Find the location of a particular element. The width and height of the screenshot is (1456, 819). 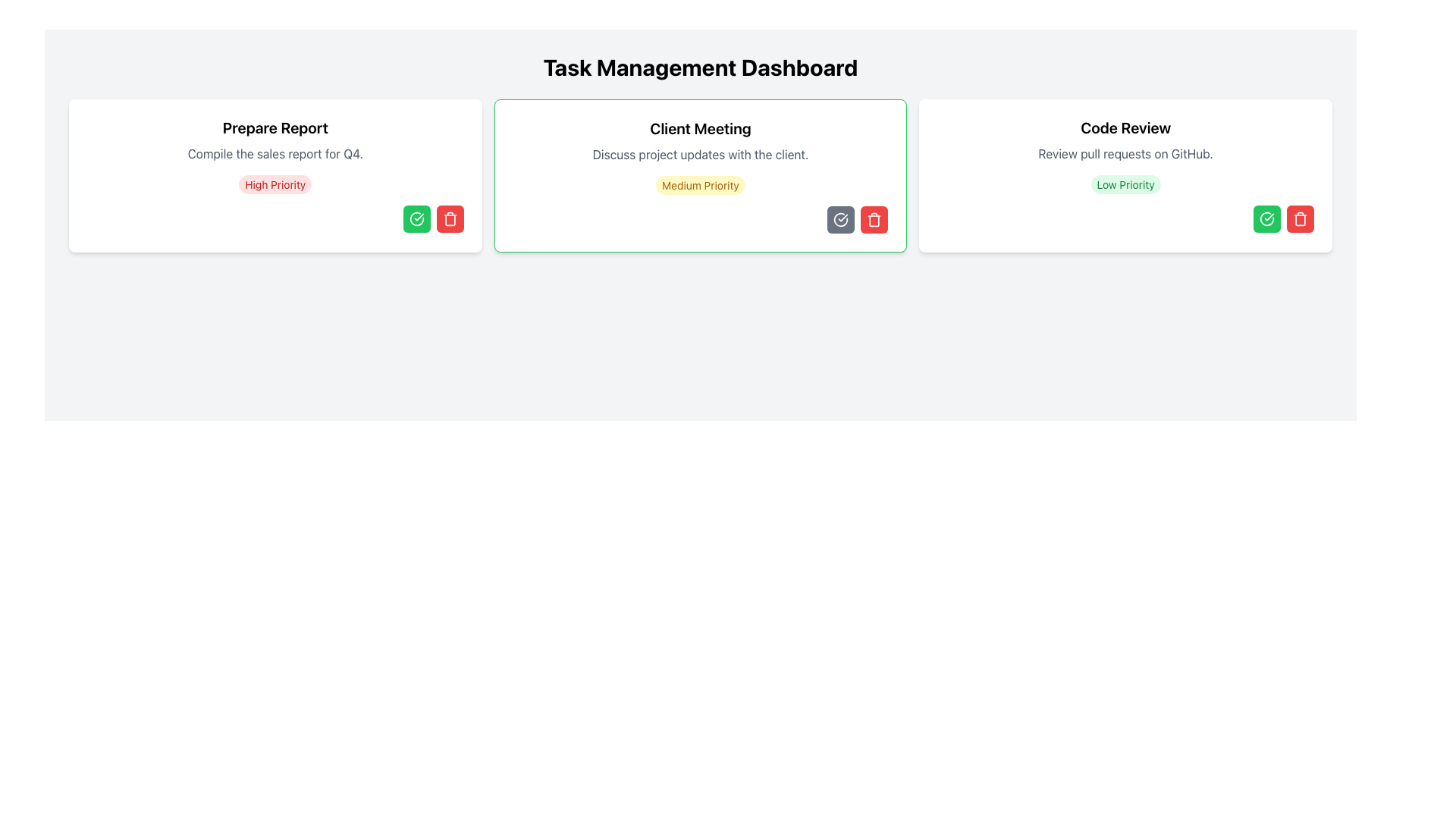

the trash icon button located at the bottom-right corner inside the 'Code Review' card is located at coordinates (1299, 219).